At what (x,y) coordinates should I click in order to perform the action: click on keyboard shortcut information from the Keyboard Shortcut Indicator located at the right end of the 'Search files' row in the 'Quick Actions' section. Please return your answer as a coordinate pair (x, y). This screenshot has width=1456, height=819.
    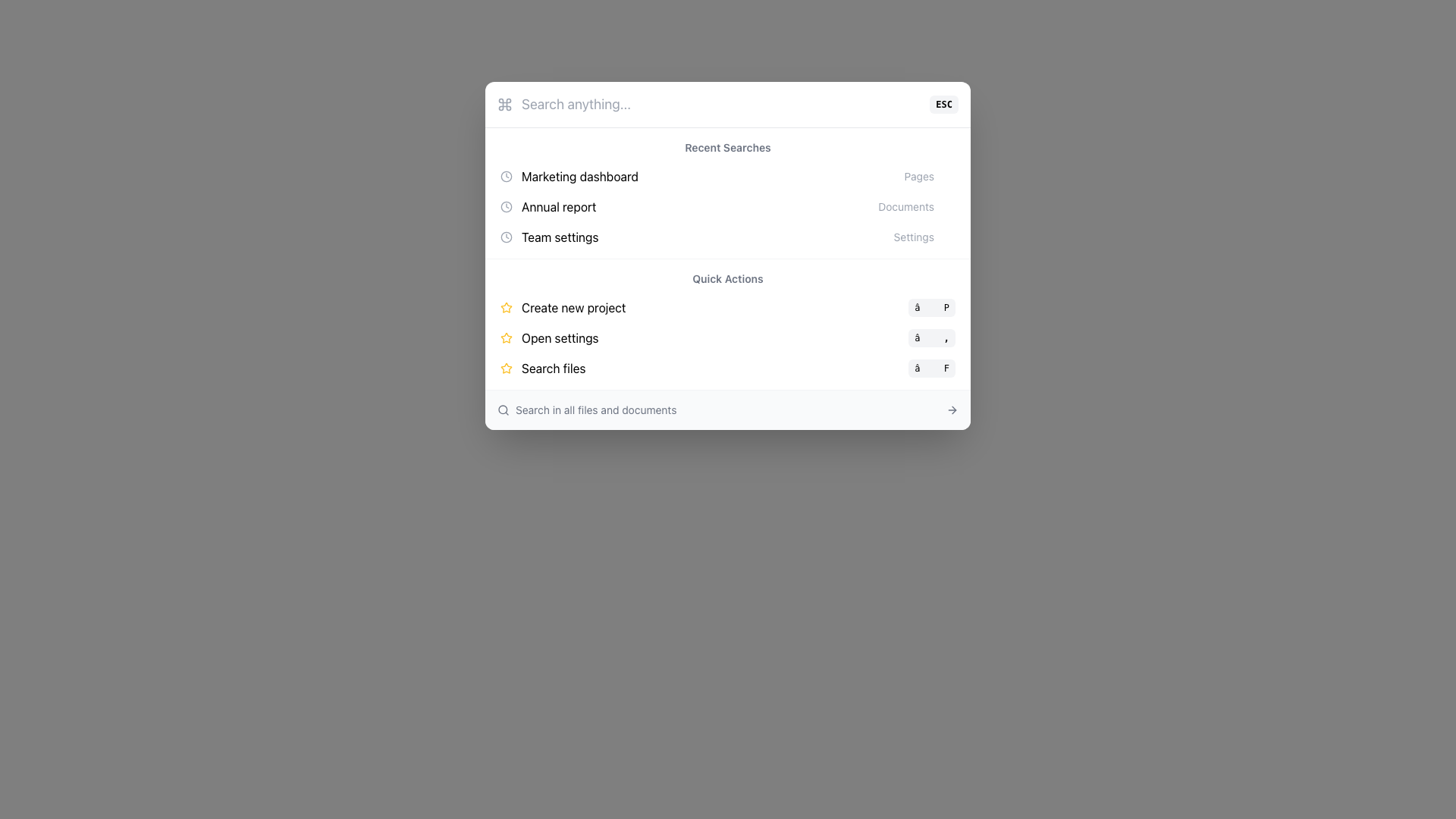
    Looking at the image, I should click on (931, 369).